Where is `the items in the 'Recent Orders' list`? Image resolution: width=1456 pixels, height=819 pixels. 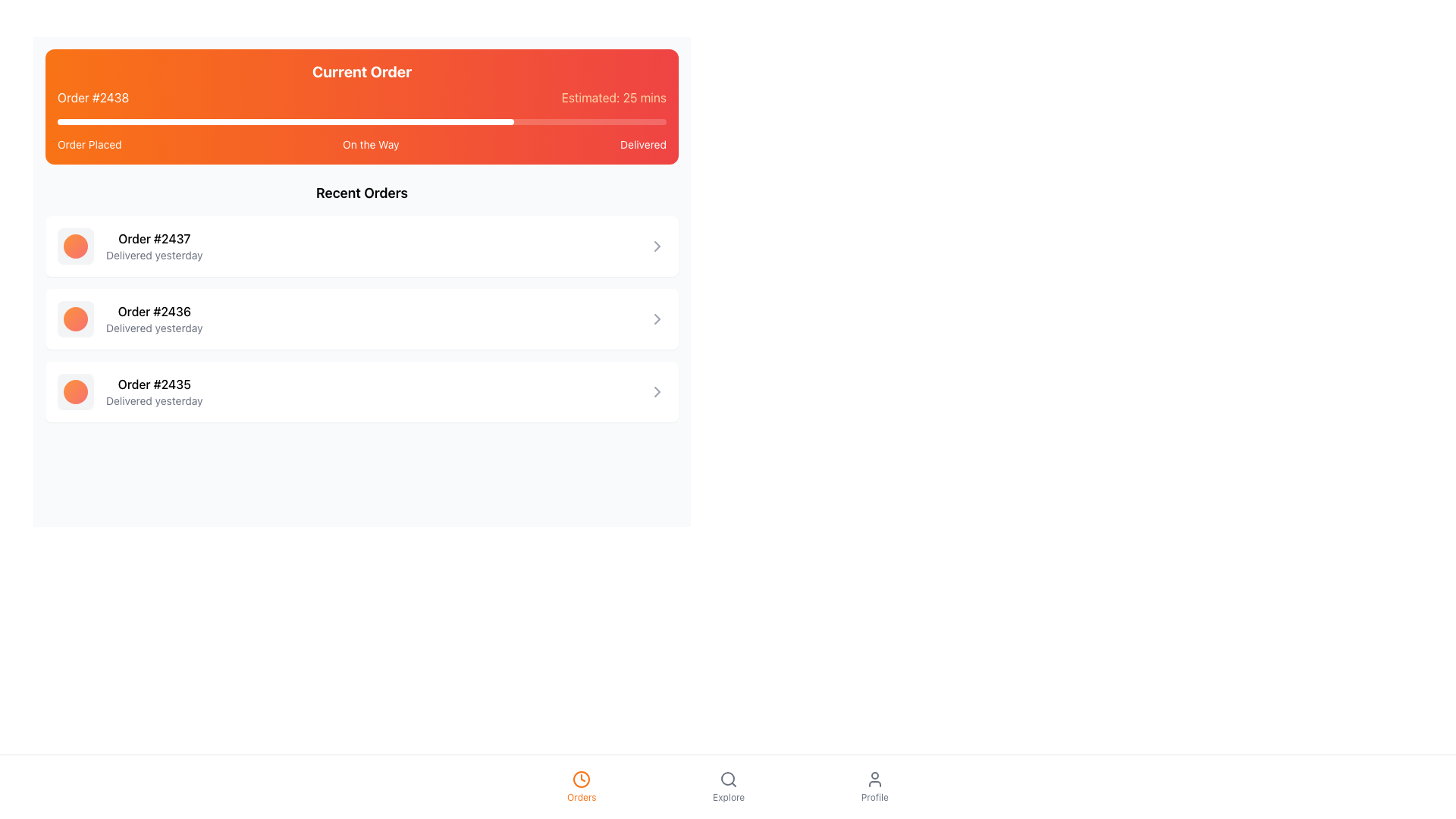 the items in the 'Recent Orders' list is located at coordinates (361, 302).